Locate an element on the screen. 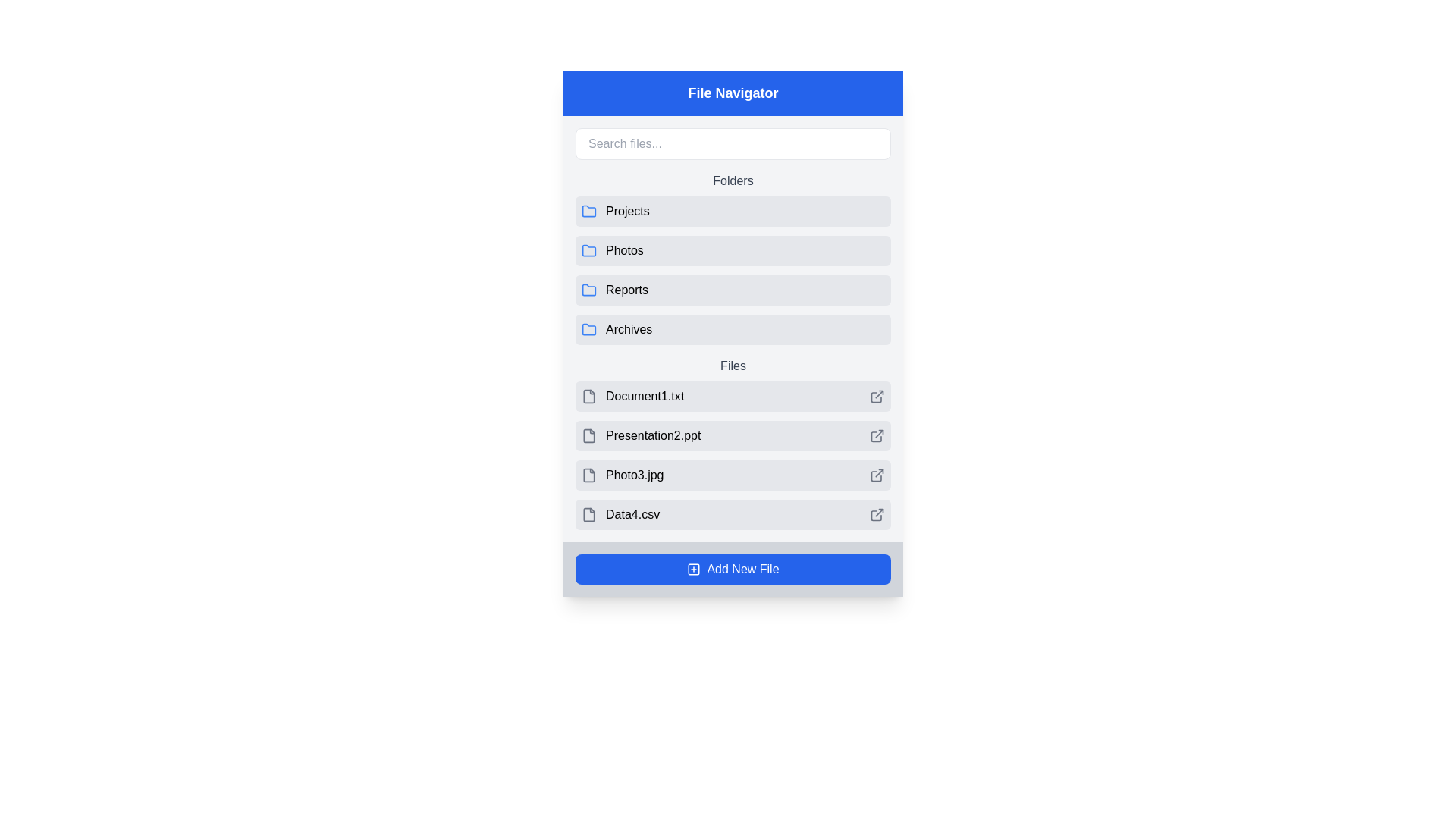 This screenshot has height=819, width=1456. the label text associated with the folder entry named 'Photos' is located at coordinates (624, 250).